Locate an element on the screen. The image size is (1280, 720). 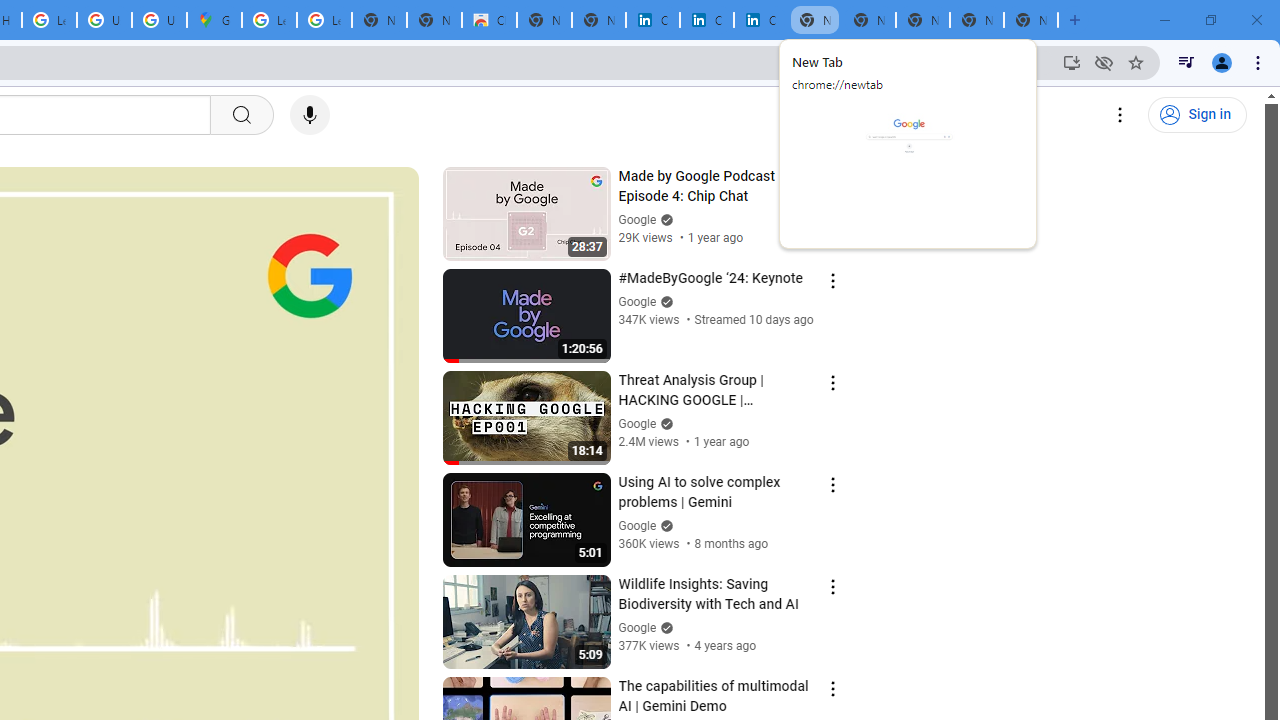
'Install YouTube' is located at coordinates (1071, 61).